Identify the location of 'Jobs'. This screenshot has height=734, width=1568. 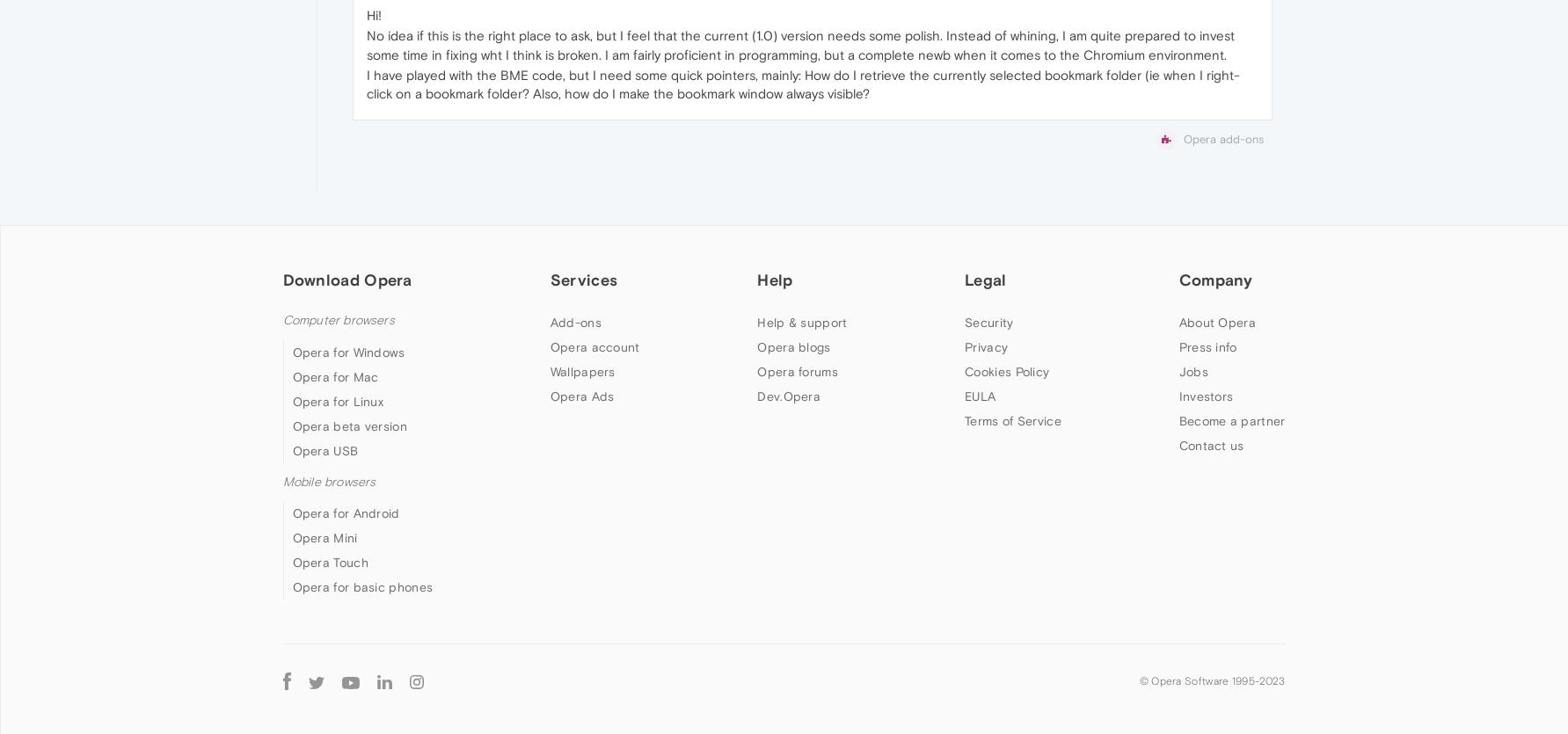
(1192, 371).